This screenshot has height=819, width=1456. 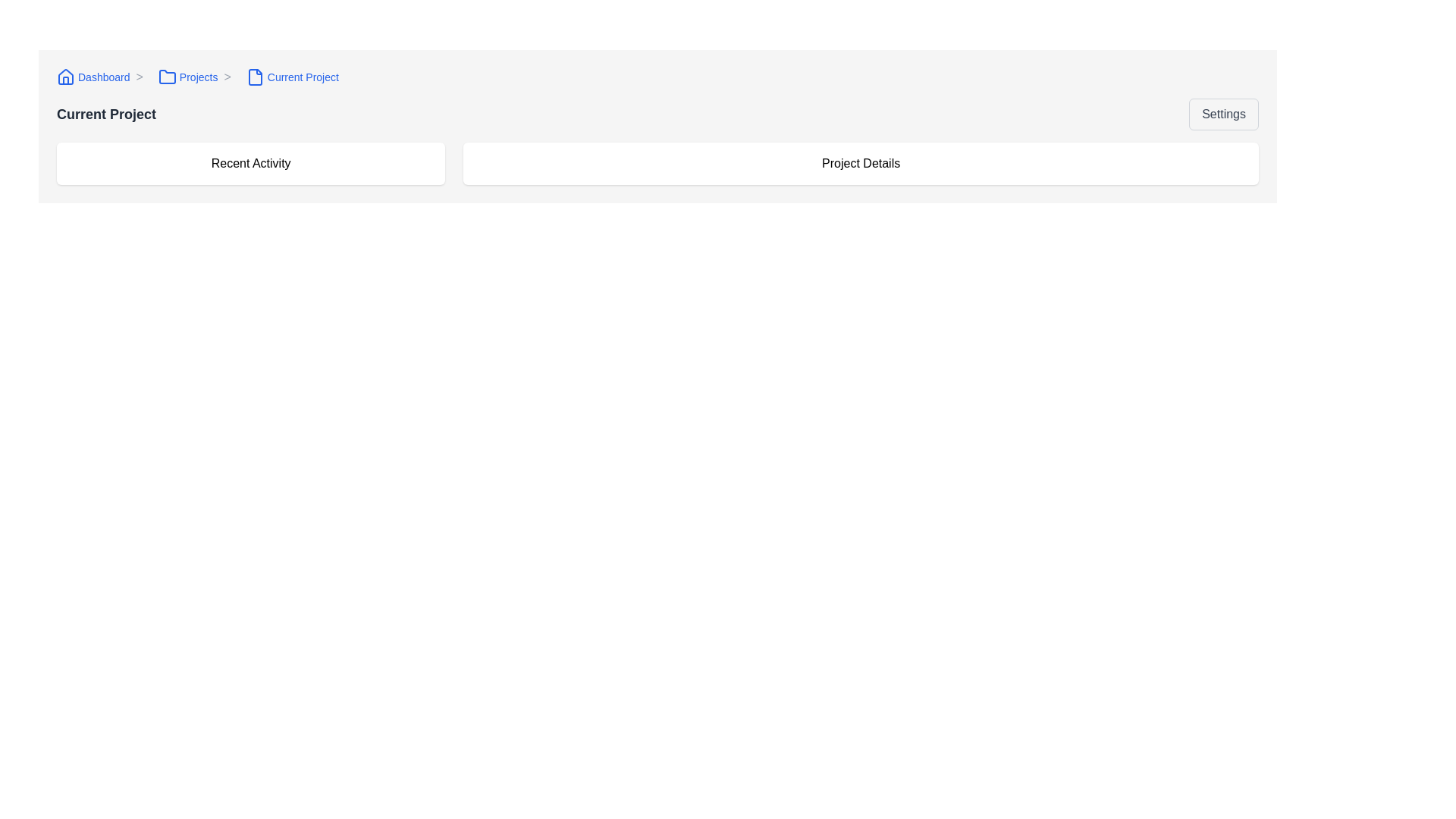 What do you see at coordinates (102, 77) in the screenshot?
I see `the Breadcrumb Navigation Link, which is the first item in the breadcrumb navigation bar` at bounding box center [102, 77].